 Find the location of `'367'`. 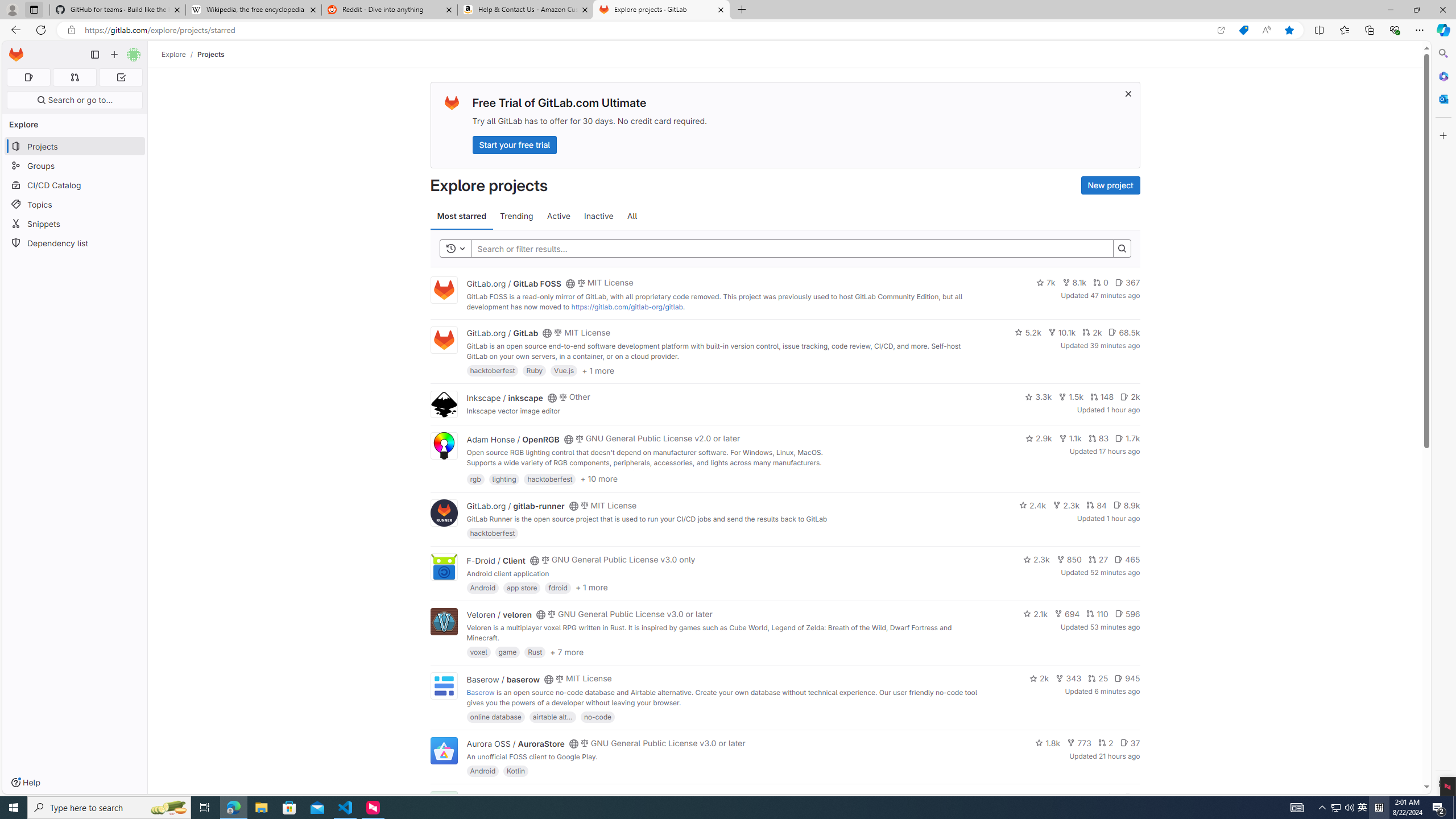

'367' is located at coordinates (1127, 283).